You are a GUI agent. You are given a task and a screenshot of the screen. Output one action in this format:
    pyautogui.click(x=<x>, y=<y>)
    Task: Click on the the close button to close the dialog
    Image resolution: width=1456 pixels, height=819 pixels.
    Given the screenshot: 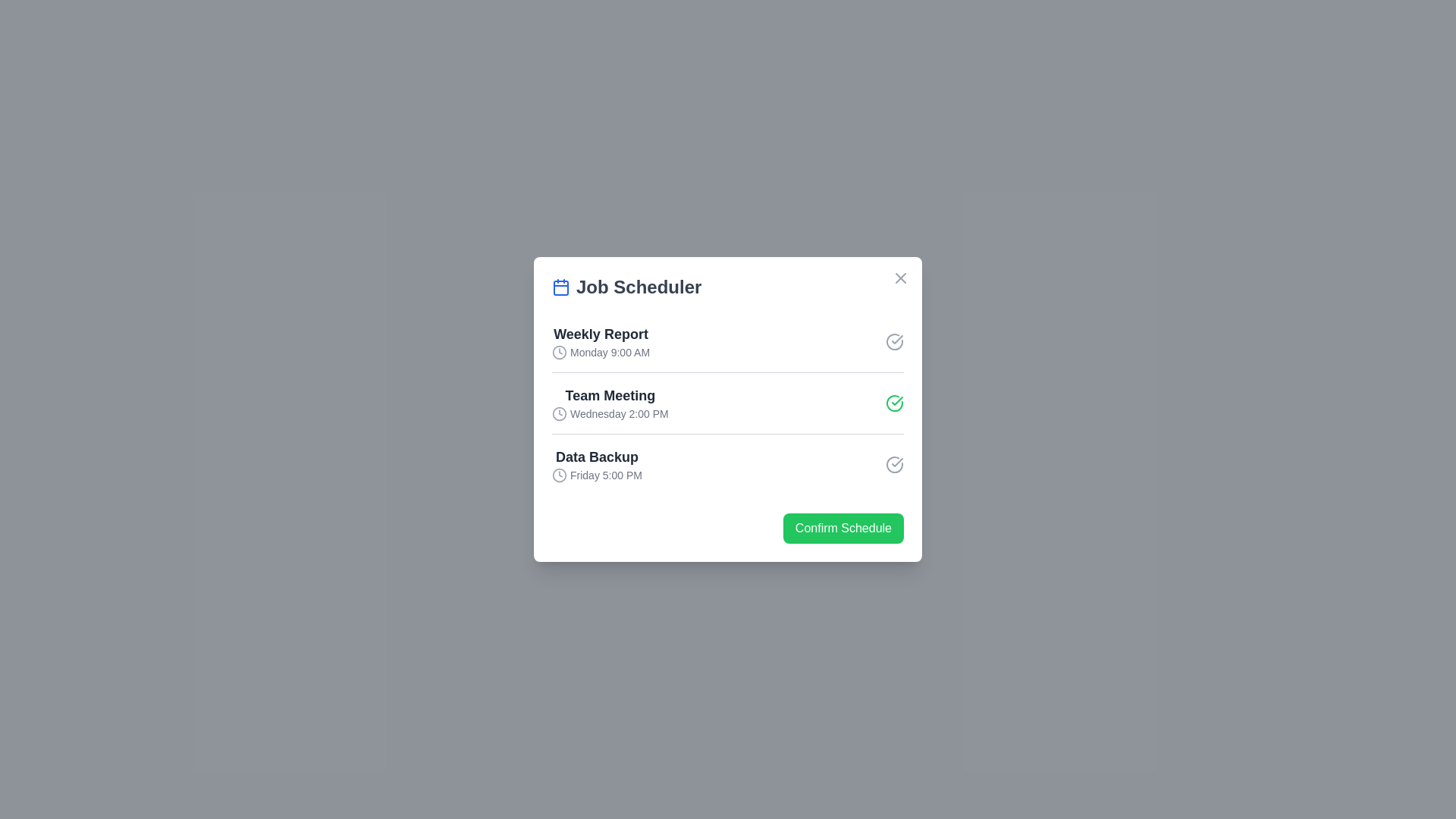 What is the action you would take?
    pyautogui.click(x=901, y=278)
    